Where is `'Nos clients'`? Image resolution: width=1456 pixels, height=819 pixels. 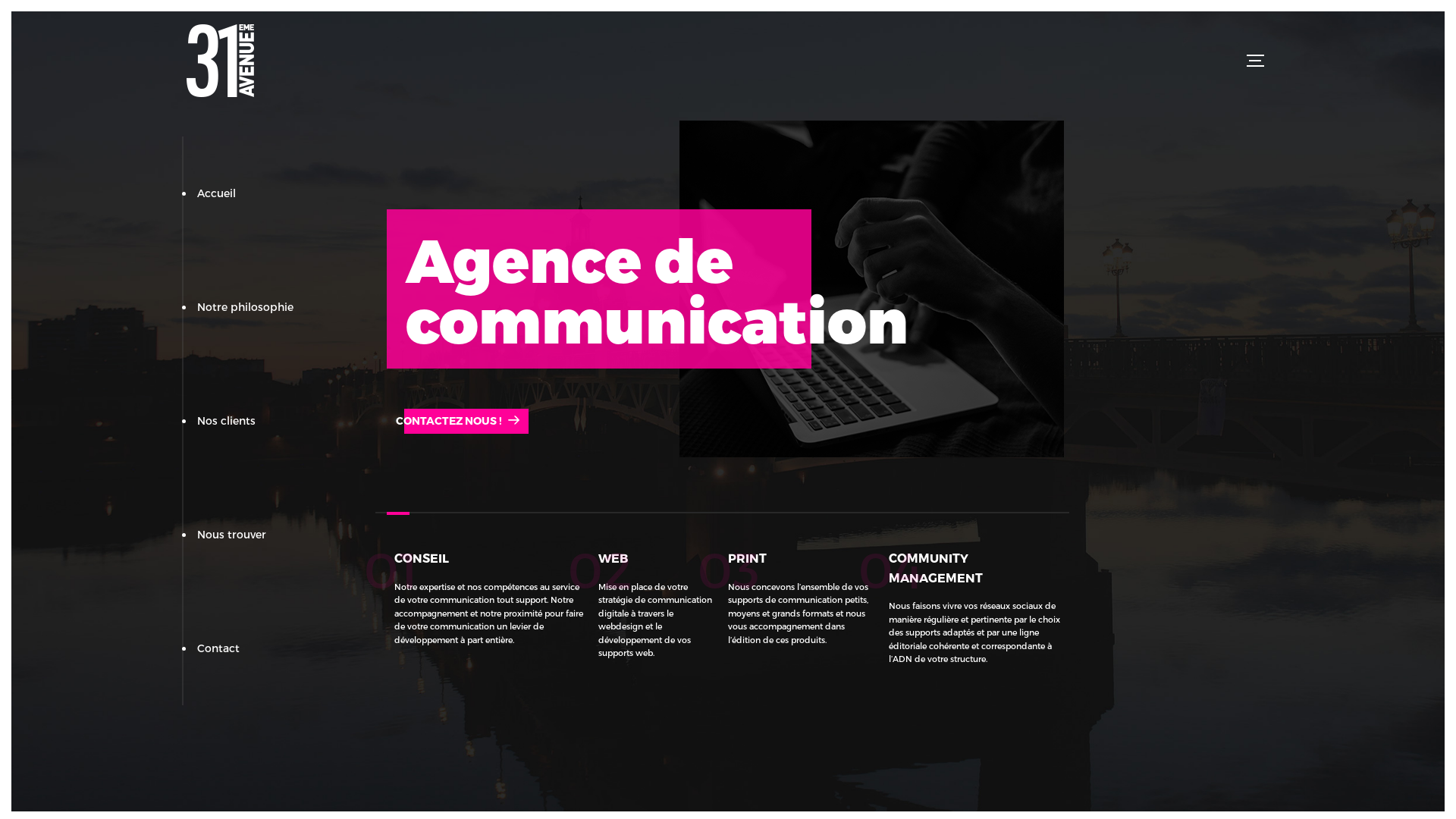 'Nos clients' is located at coordinates (225, 420).